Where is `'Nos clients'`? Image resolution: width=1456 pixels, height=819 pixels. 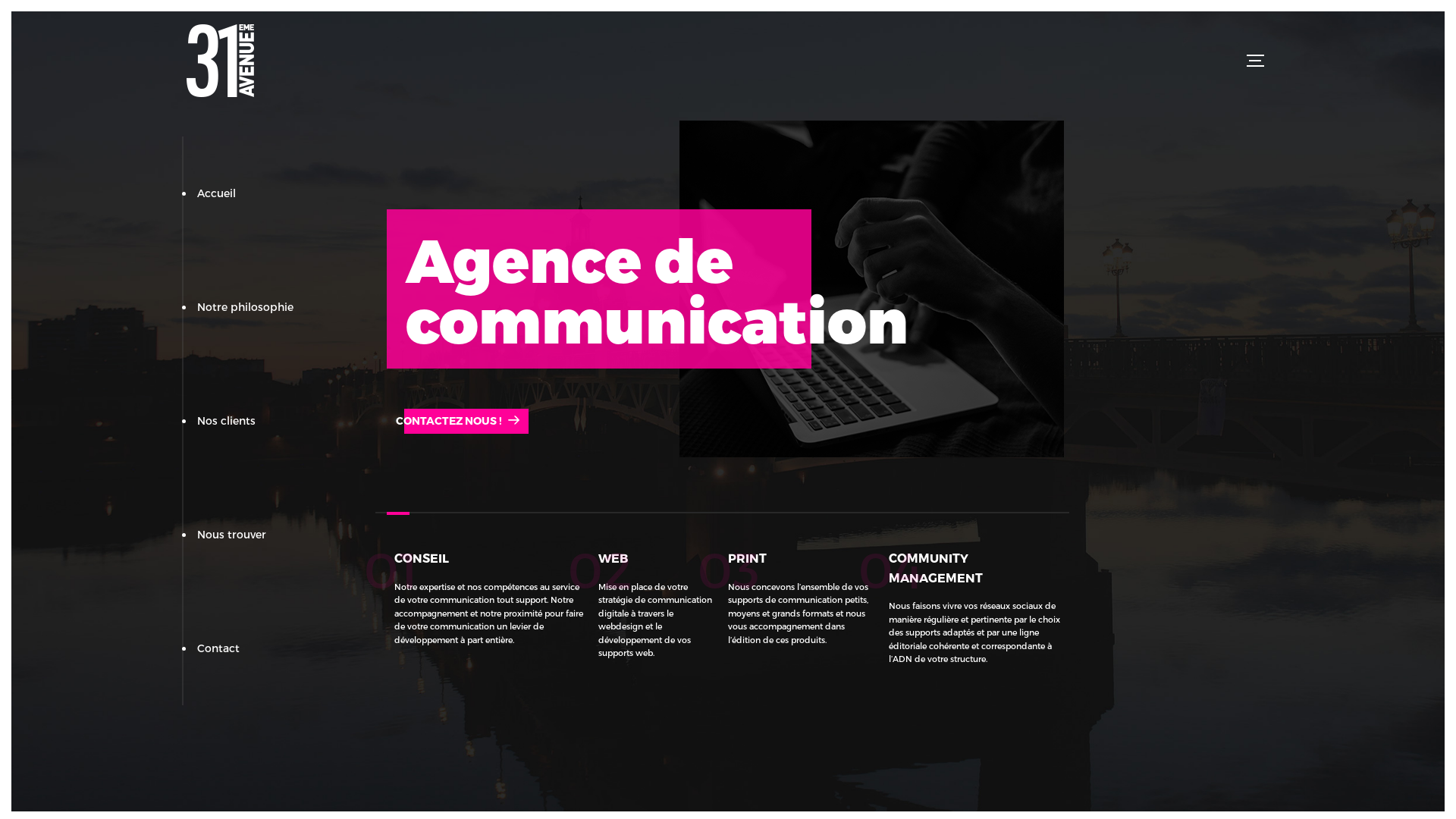 'Nos clients' is located at coordinates (225, 420).